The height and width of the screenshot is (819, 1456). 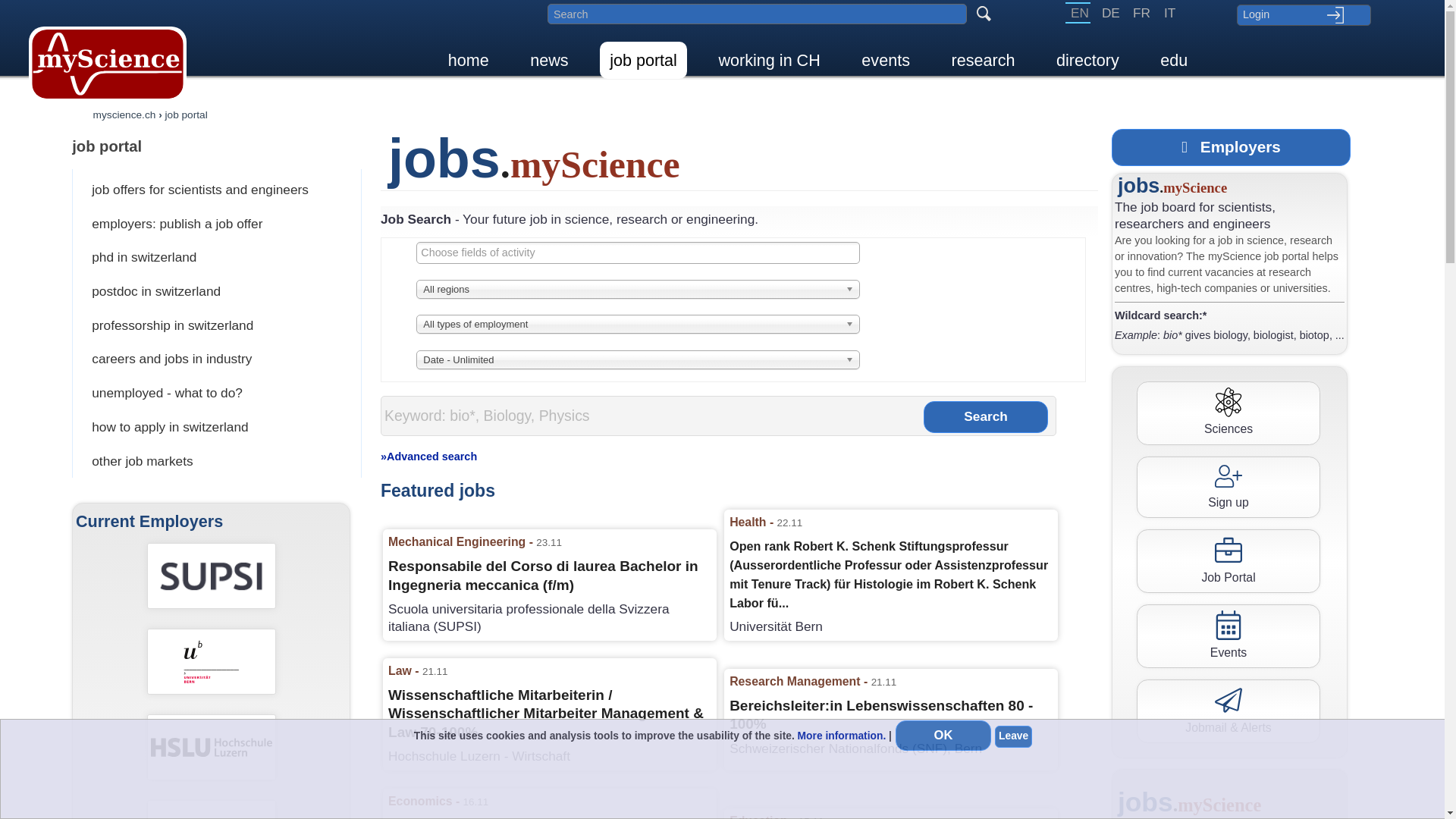 What do you see at coordinates (1228, 636) in the screenshot?
I see `'Events'` at bounding box center [1228, 636].